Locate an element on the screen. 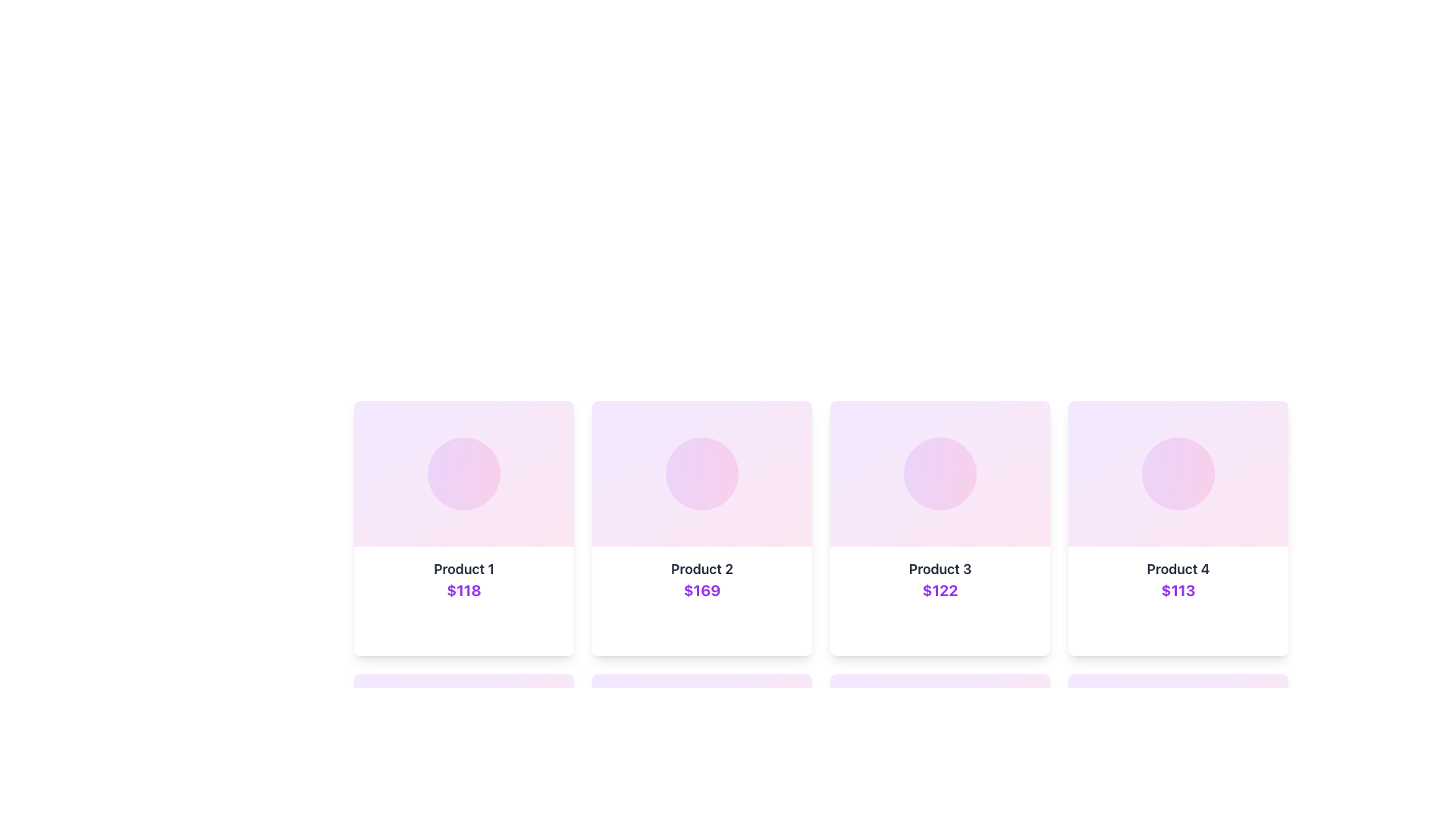 This screenshot has height=819, width=1456. the static price label displaying the price of 'Product 1', located in the middle section of its product card is located at coordinates (463, 590).